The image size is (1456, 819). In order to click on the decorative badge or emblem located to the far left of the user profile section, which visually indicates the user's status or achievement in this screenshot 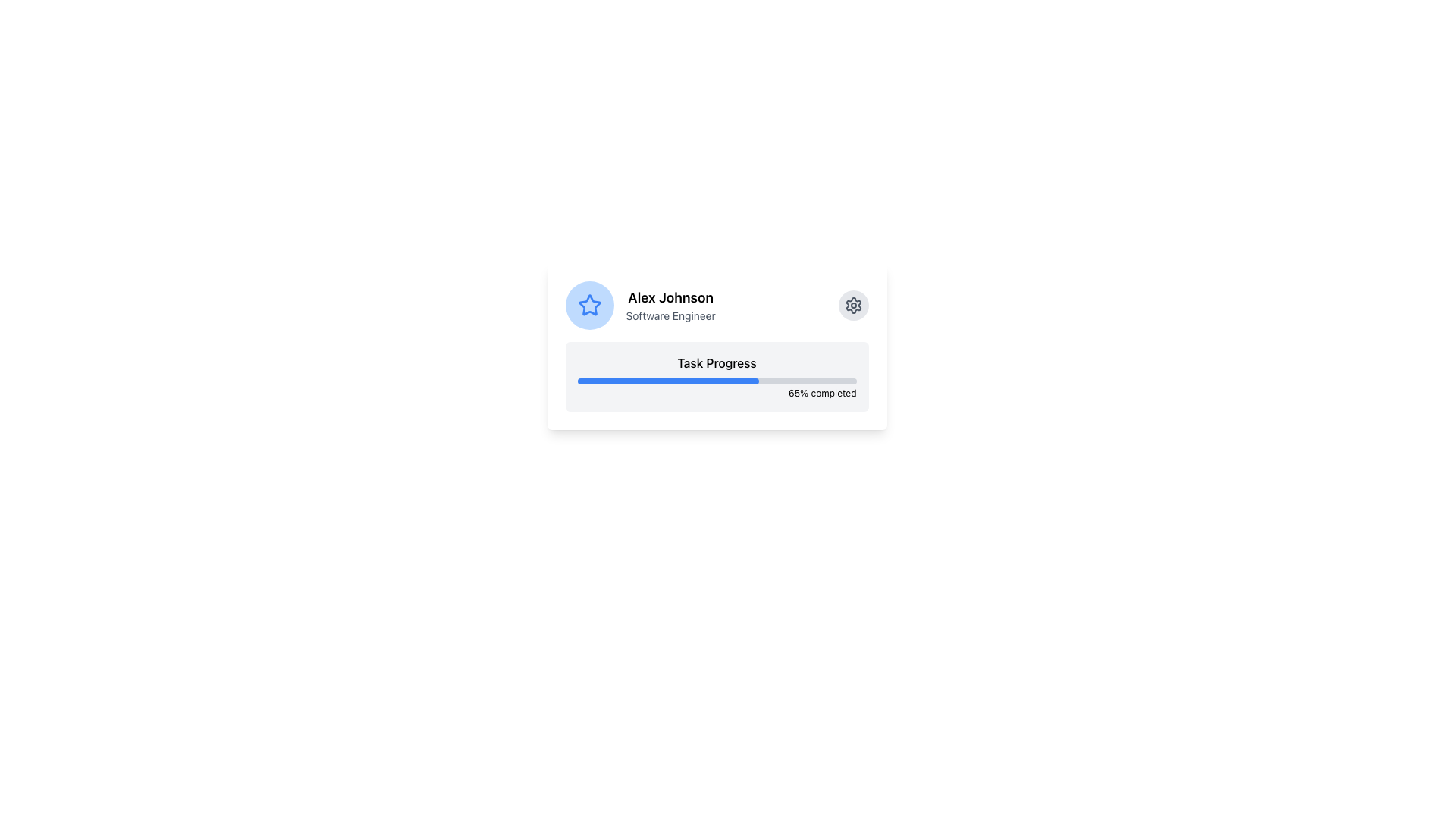, I will do `click(588, 305)`.